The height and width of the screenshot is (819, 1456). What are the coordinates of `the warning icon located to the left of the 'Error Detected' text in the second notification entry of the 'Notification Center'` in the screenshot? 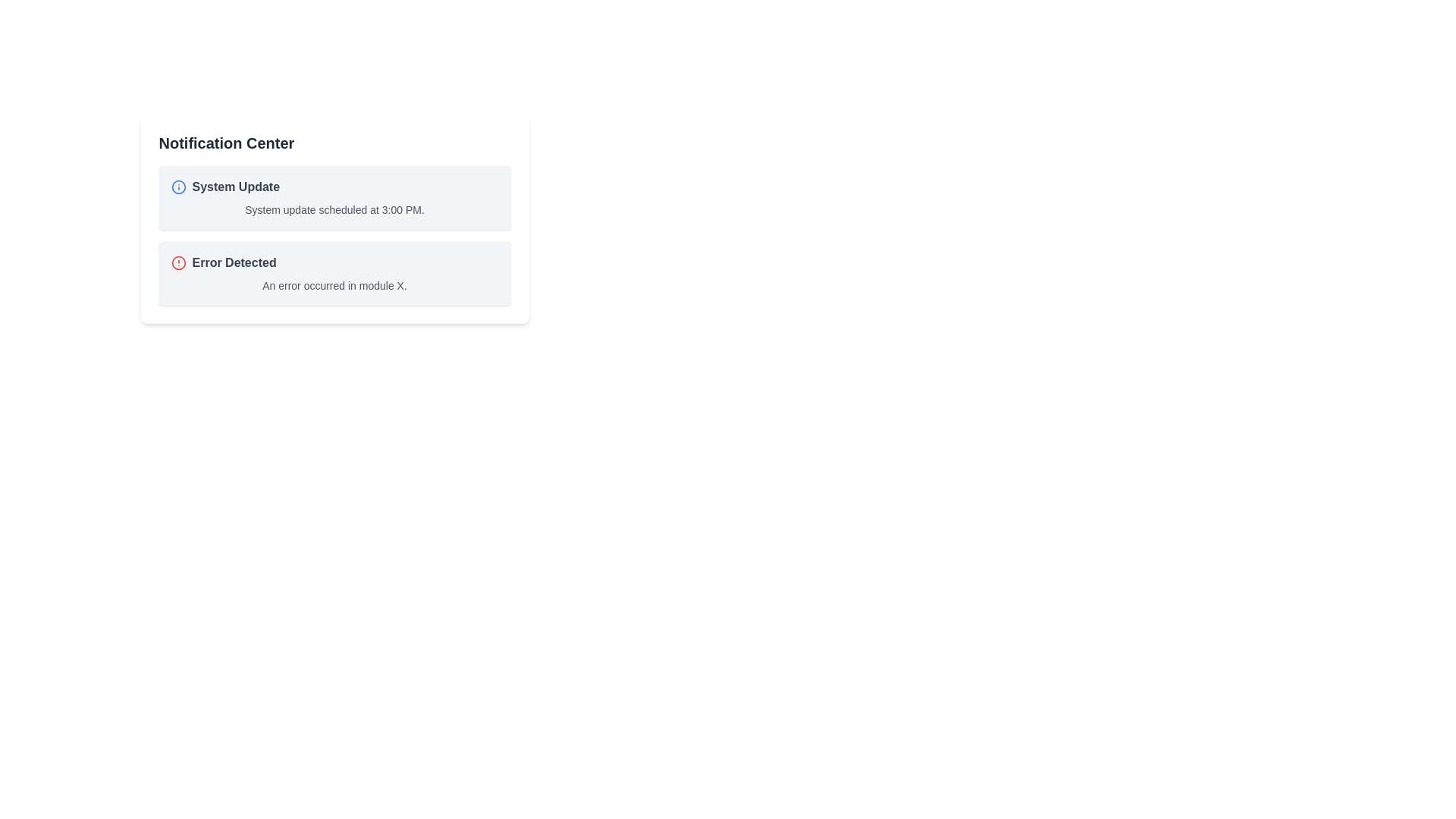 It's located at (178, 262).